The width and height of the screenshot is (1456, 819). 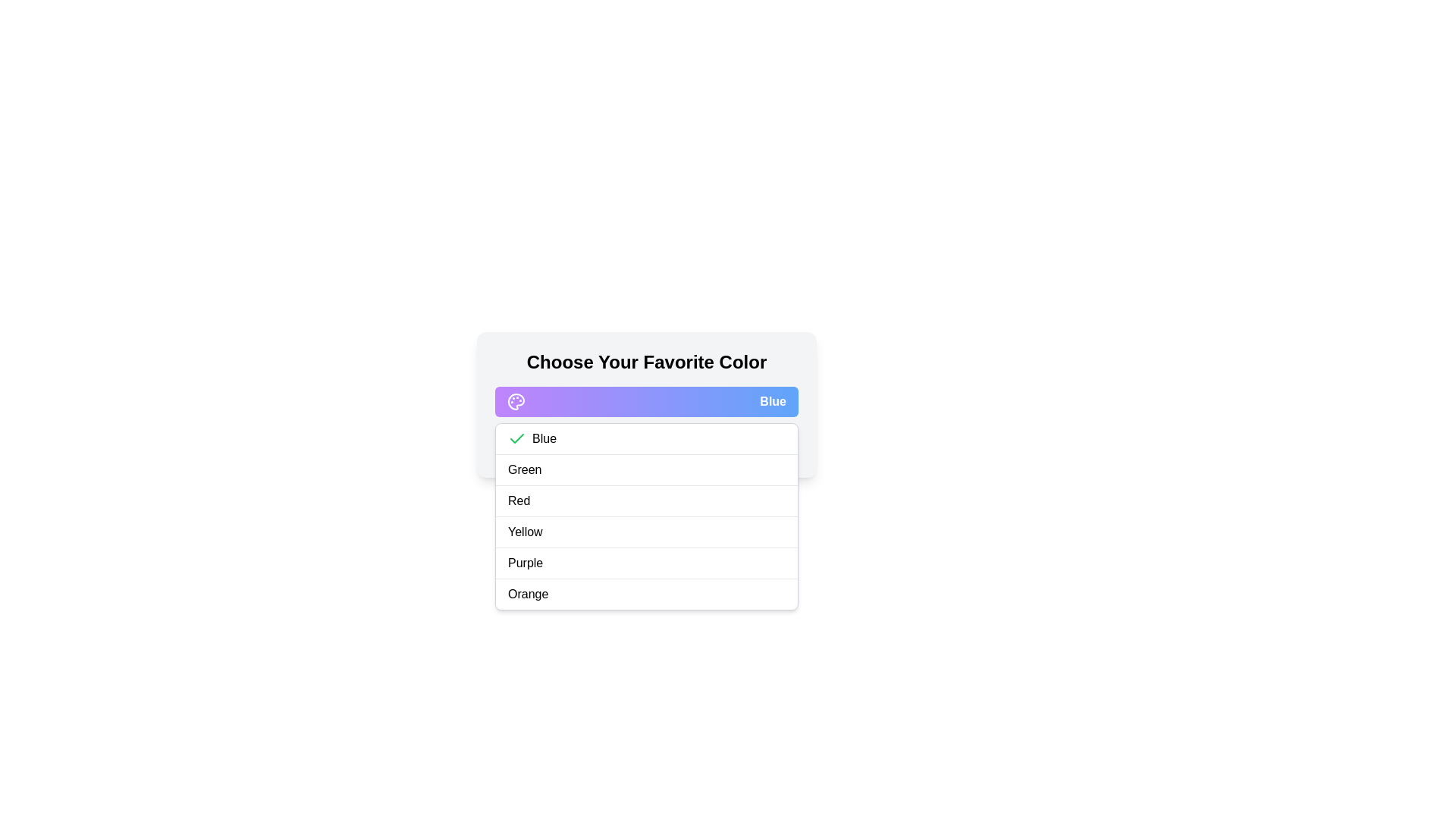 I want to click on the 'Reset Selection' button with a red background and white text, so click(x=647, y=444).